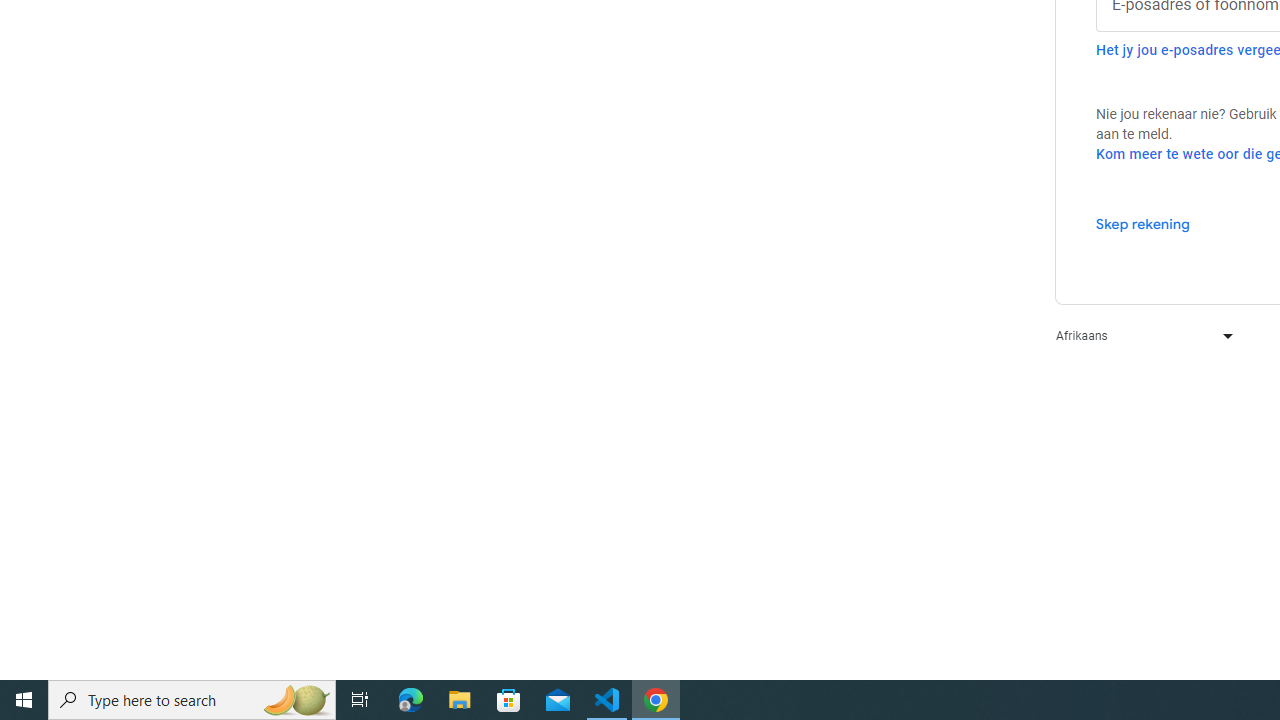 This screenshot has width=1280, height=720. What do you see at coordinates (359, 698) in the screenshot?
I see `'Task View'` at bounding box center [359, 698].